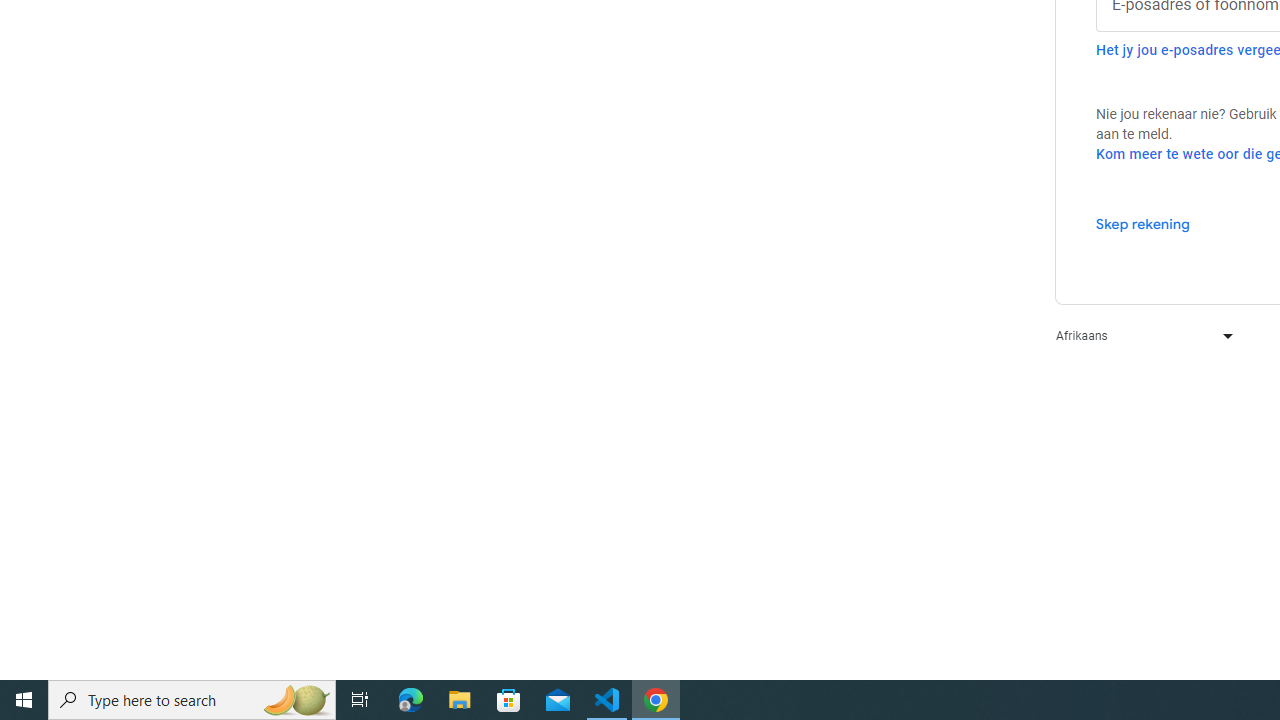 This screenshot has width=1280, height=720. What do you see at coordinates (359, 698) in the screenshot?
I see `'Task View'` at bounding box center [359, 698].